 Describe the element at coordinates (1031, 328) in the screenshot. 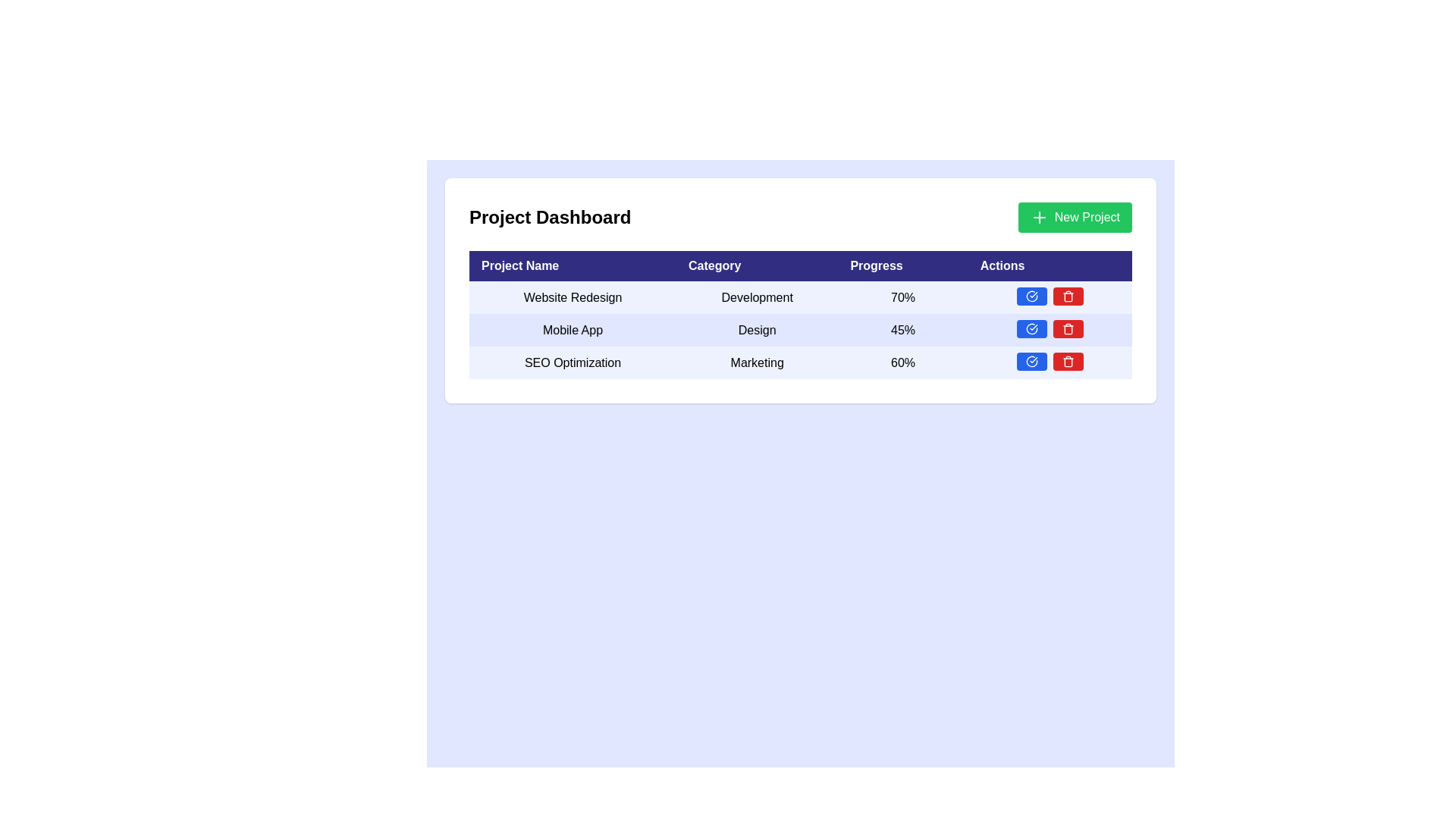

I see `the blue circular icon button with a white checkmark in the 'Actions' column of the second row in the table` at that location.